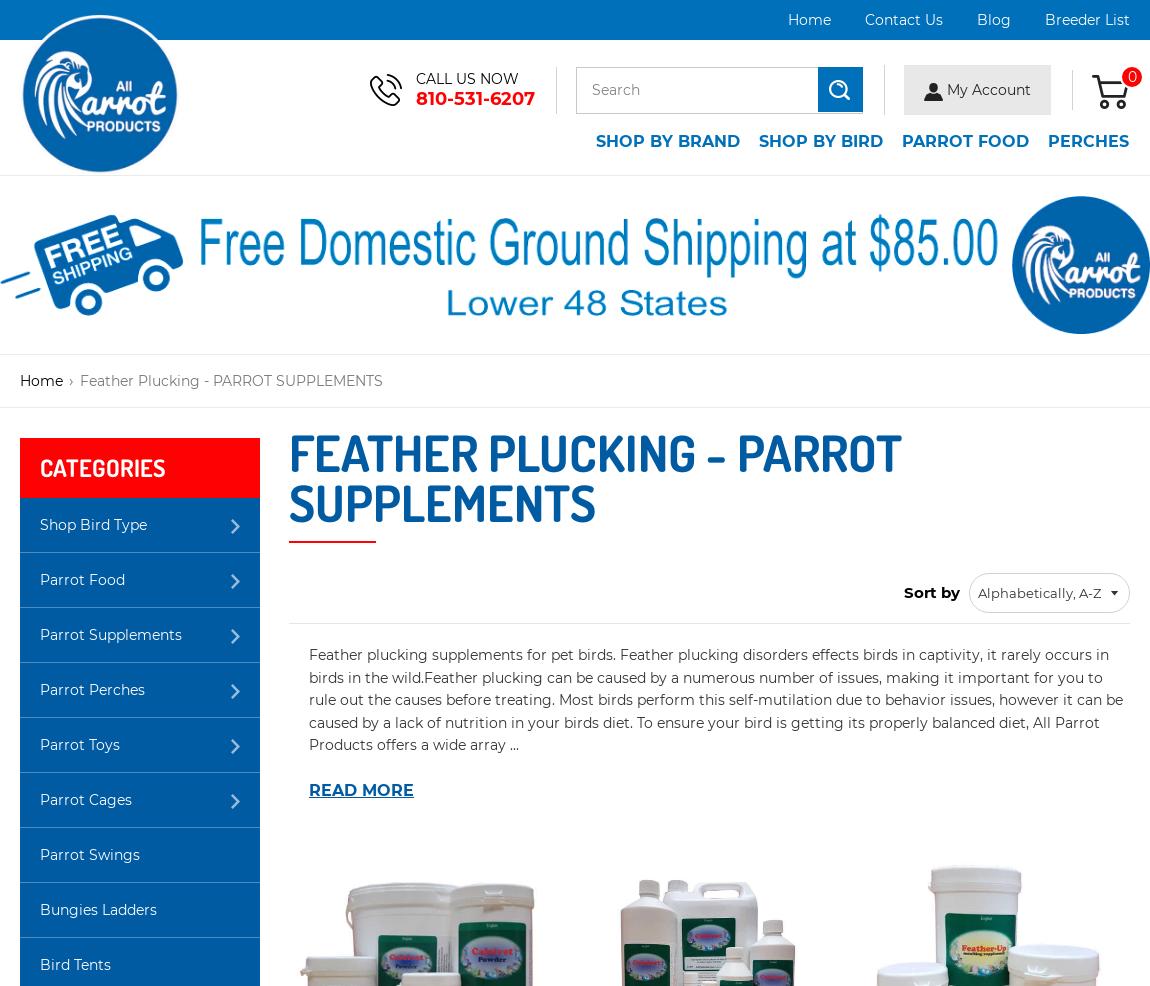 The width and height of the screenshot is (1150, 986). I want to click on 'My Account', so click(987, 90).